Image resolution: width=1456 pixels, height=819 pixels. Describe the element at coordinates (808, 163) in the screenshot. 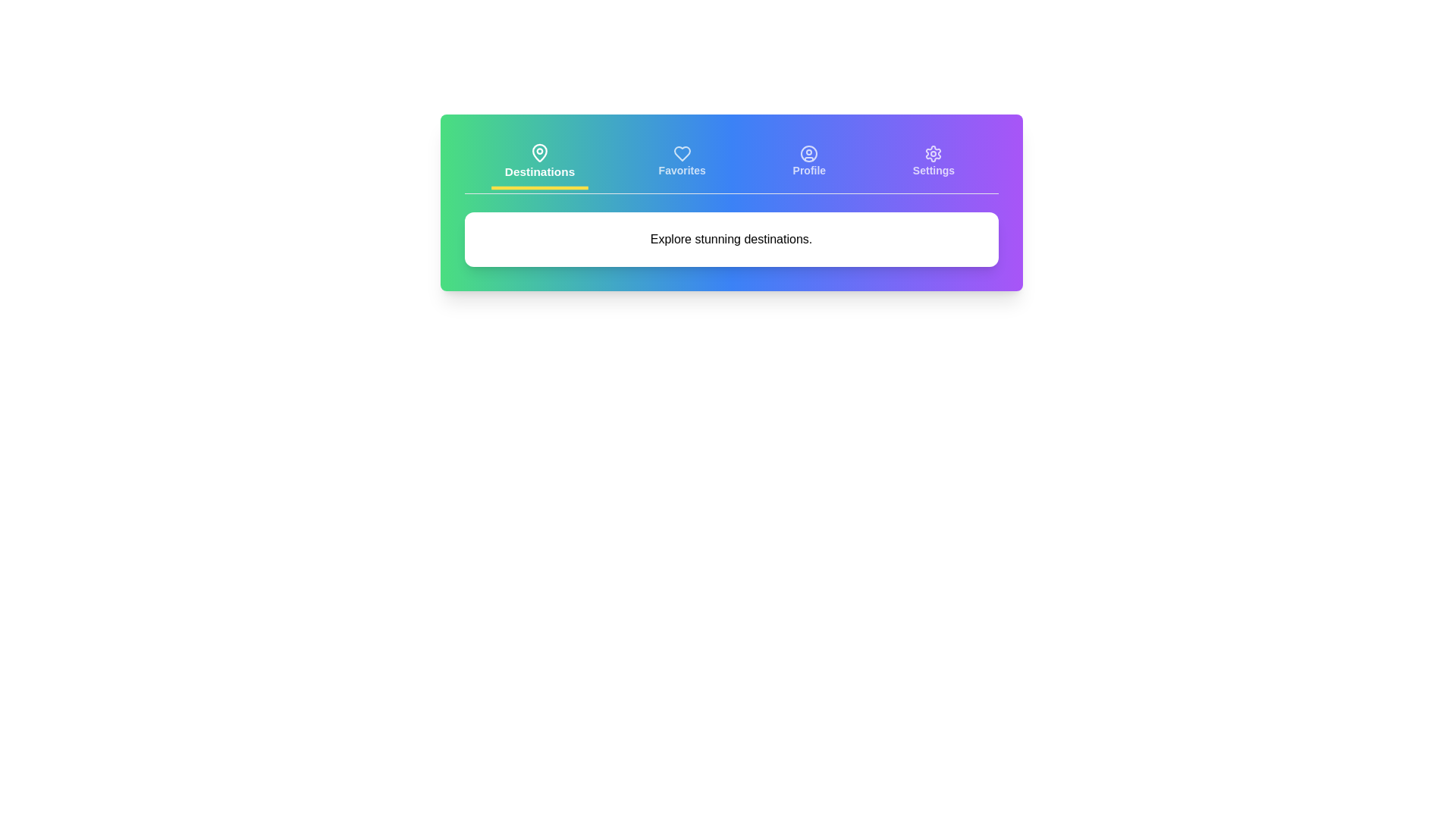

I see `the tab labeled Profile to navigate to its content` at that location.